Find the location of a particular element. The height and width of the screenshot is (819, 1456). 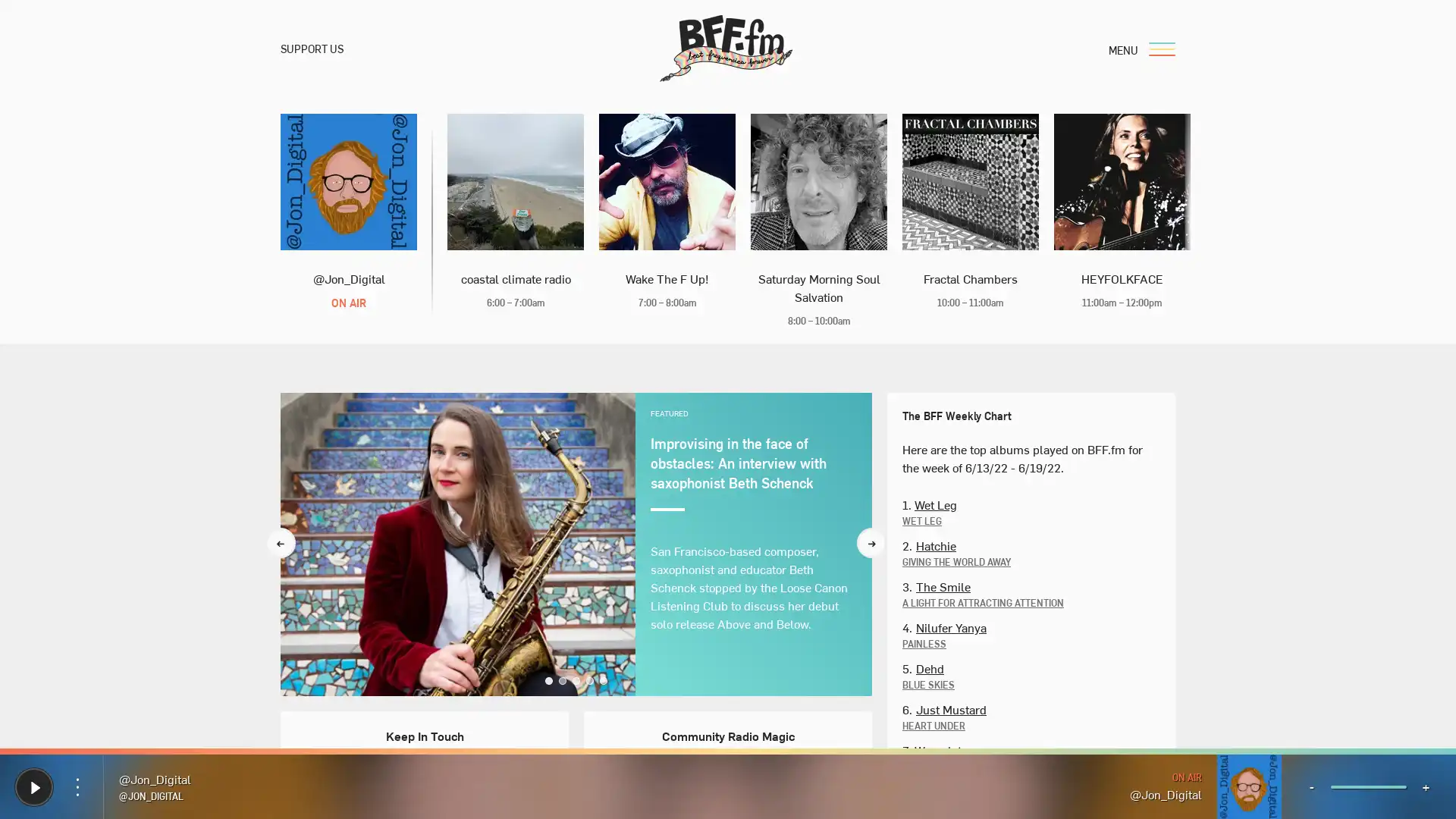

Next is located at coordinates (872, 542).